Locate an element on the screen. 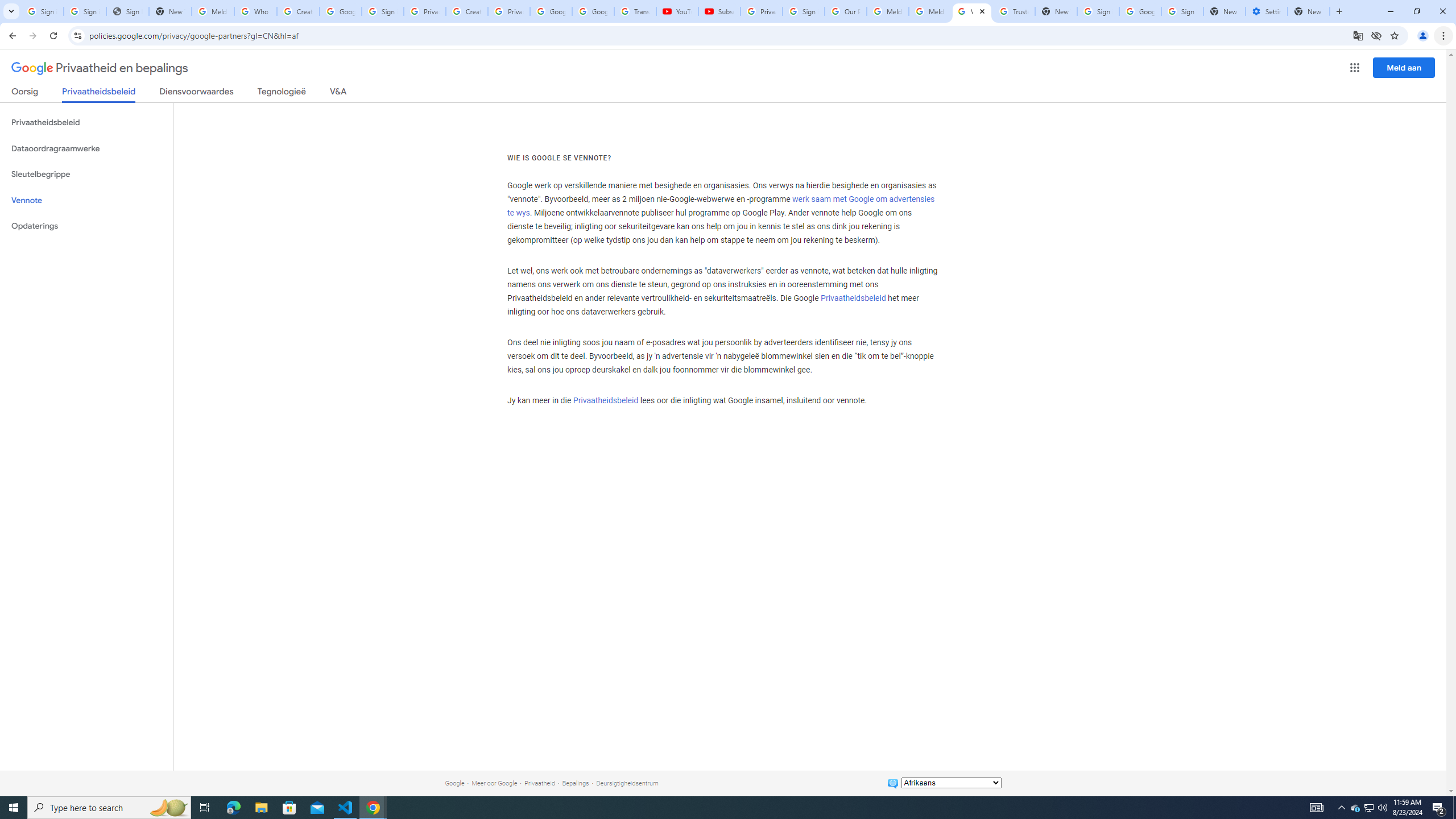  'Trusted Information and Content - Google Safety Center' is located at coordinates (1014, 11).